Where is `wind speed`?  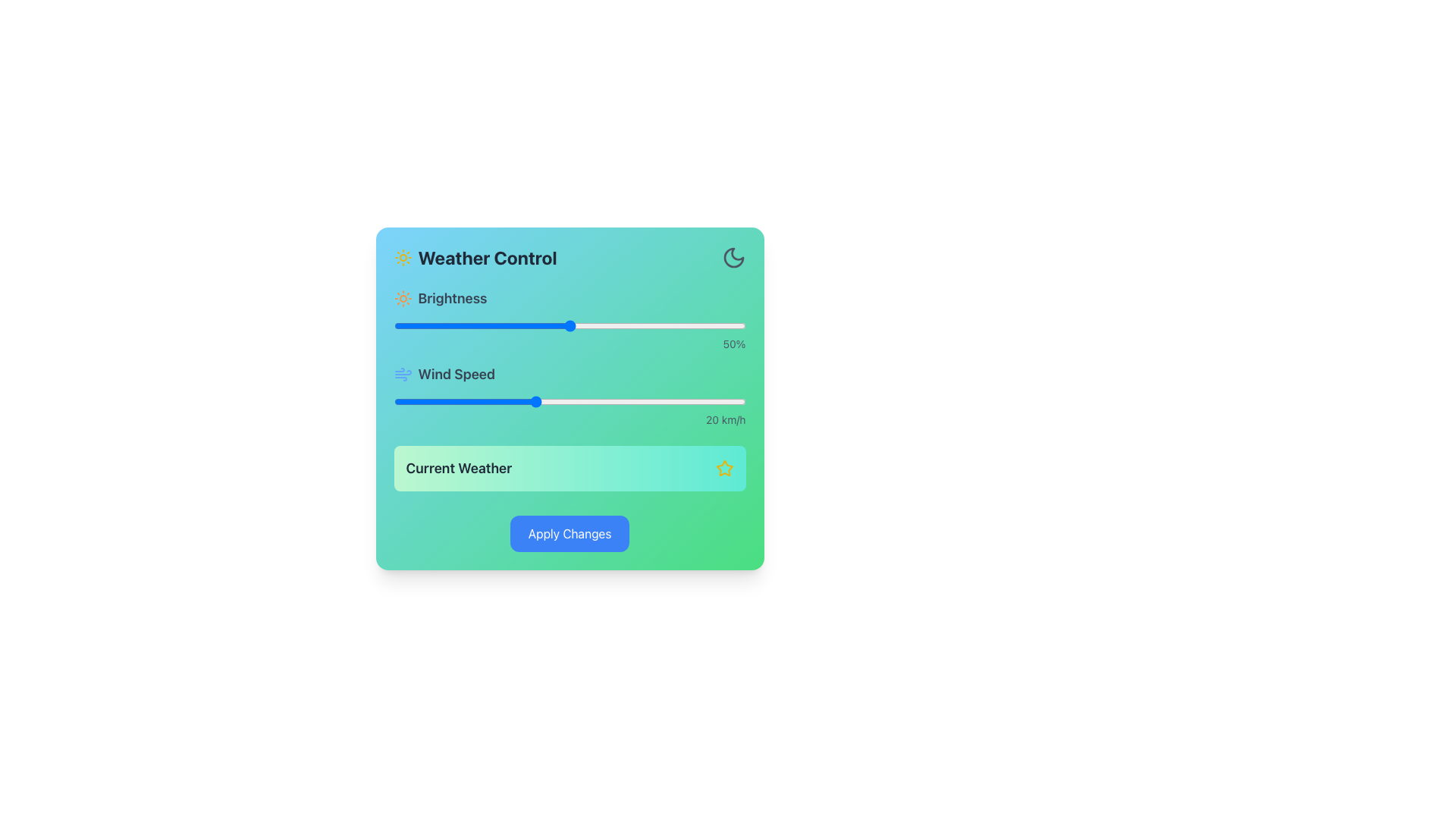 wind speed is located at coordinates (394, 400).